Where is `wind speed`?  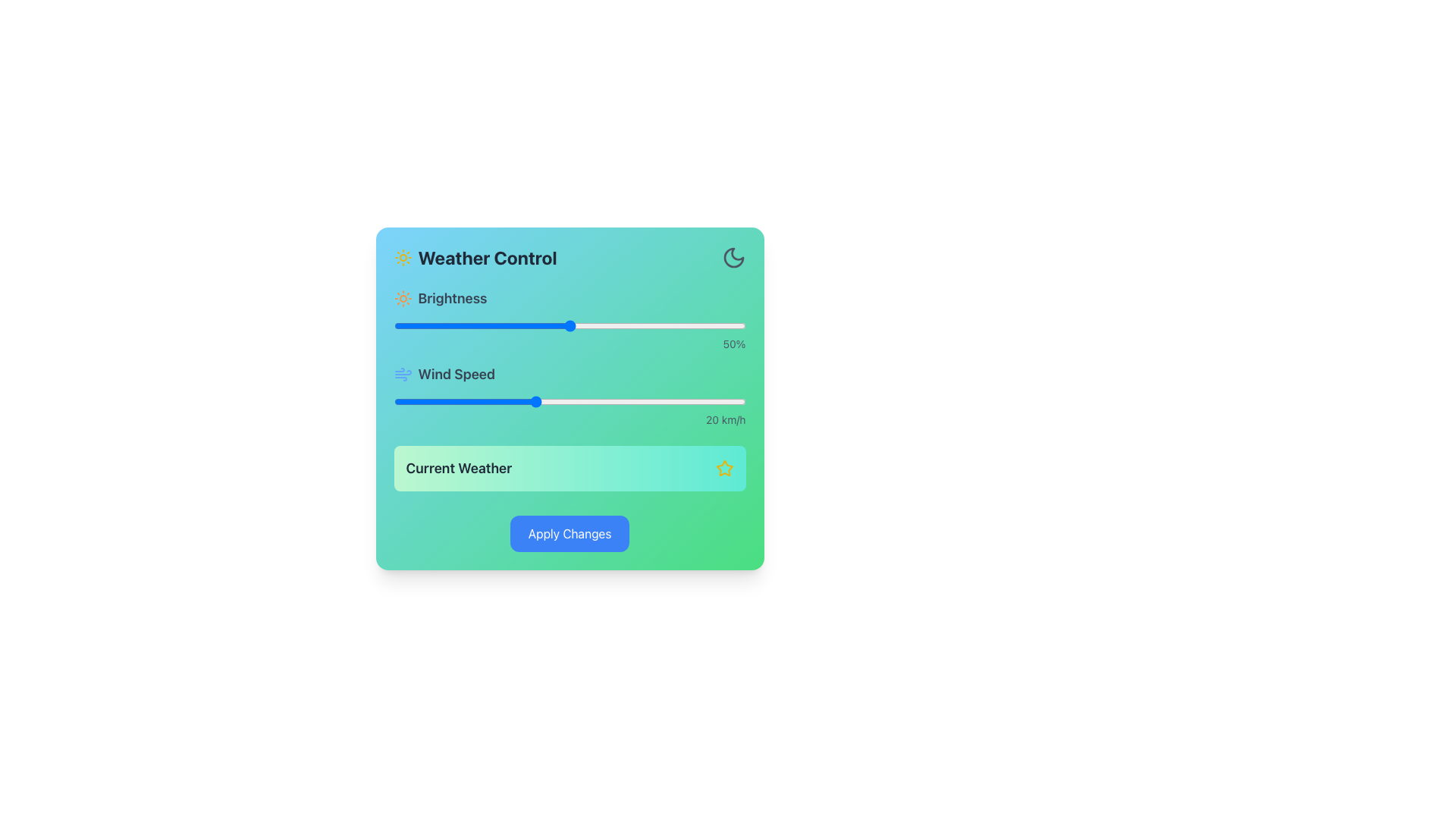 wind speed is located at coordinates (394, 400).